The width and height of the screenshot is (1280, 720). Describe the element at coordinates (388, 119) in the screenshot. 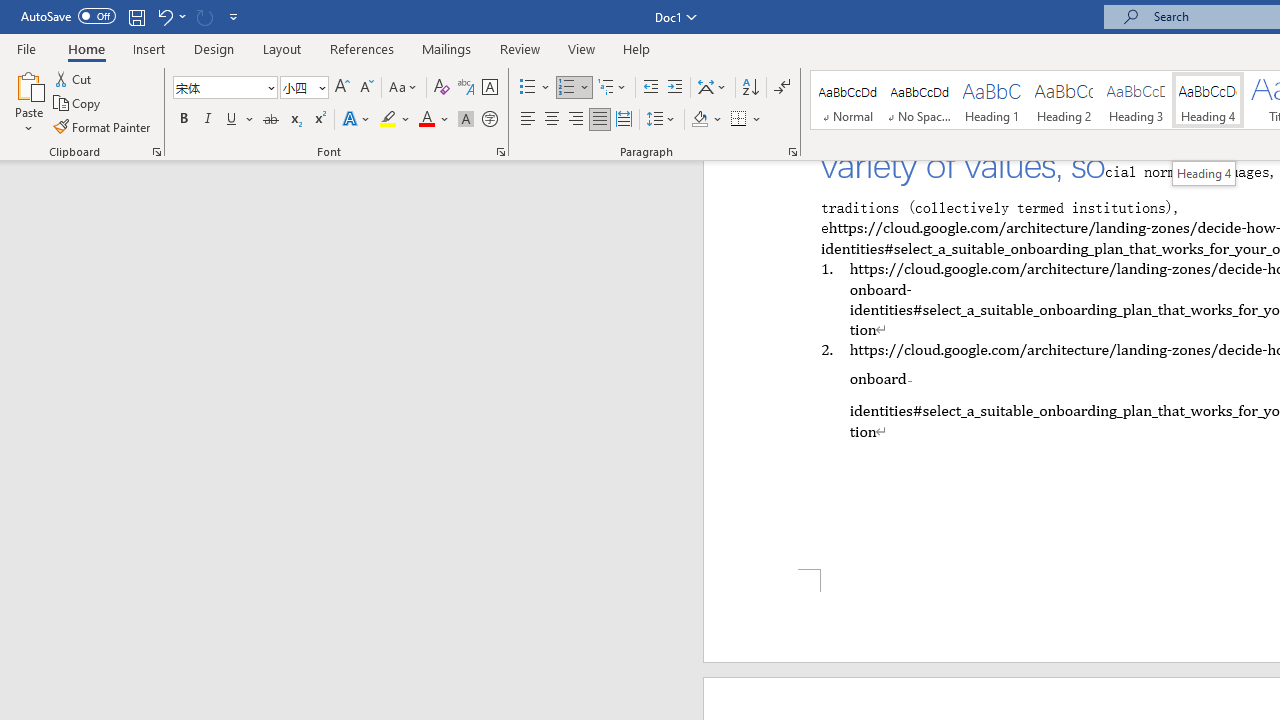

I see `'Text Highlight Color Yellow'` at that location.